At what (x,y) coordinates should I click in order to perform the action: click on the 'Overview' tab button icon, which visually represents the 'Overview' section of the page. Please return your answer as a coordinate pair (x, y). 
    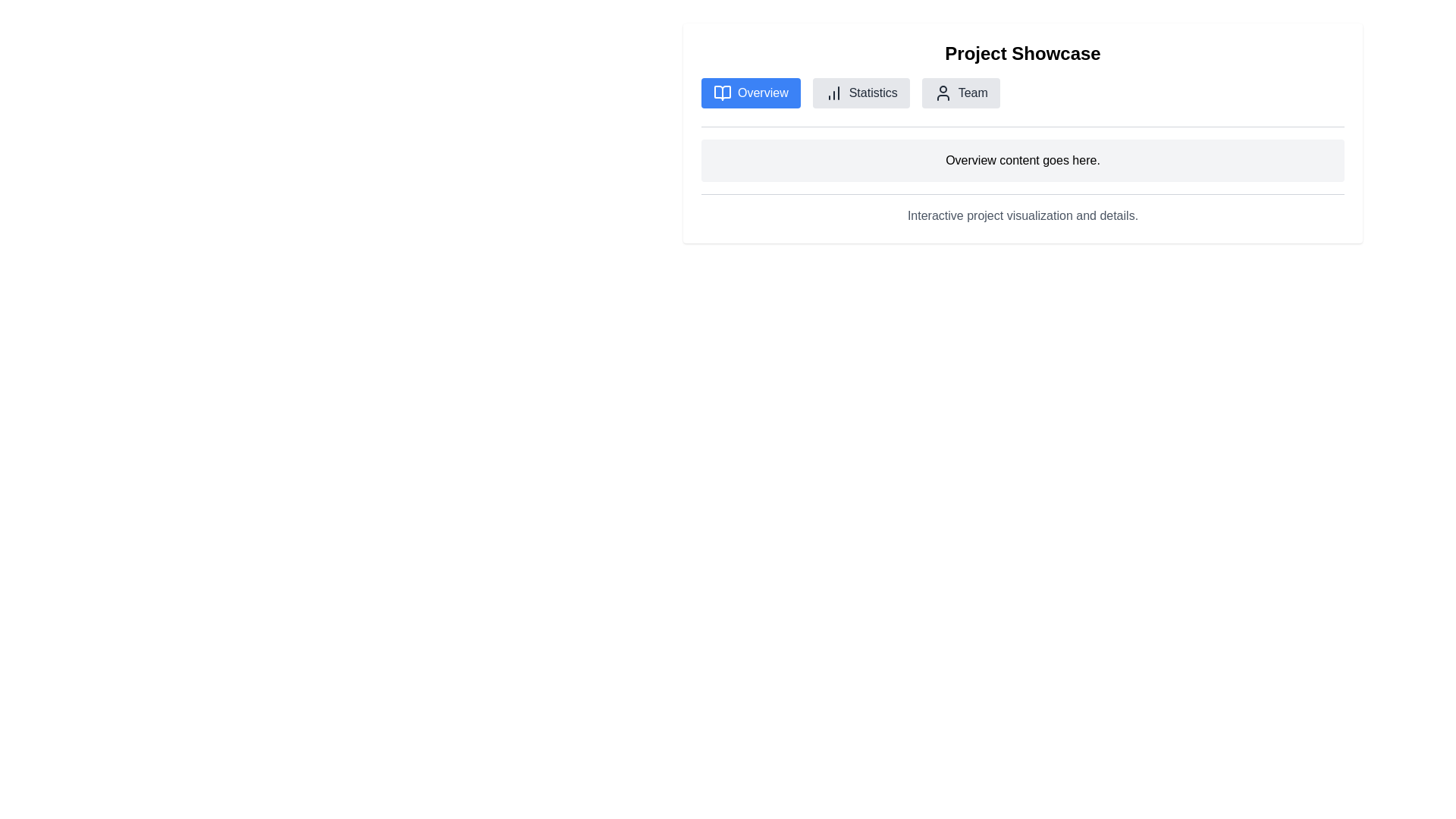
    Looking at the image, I should click on (722, 93).